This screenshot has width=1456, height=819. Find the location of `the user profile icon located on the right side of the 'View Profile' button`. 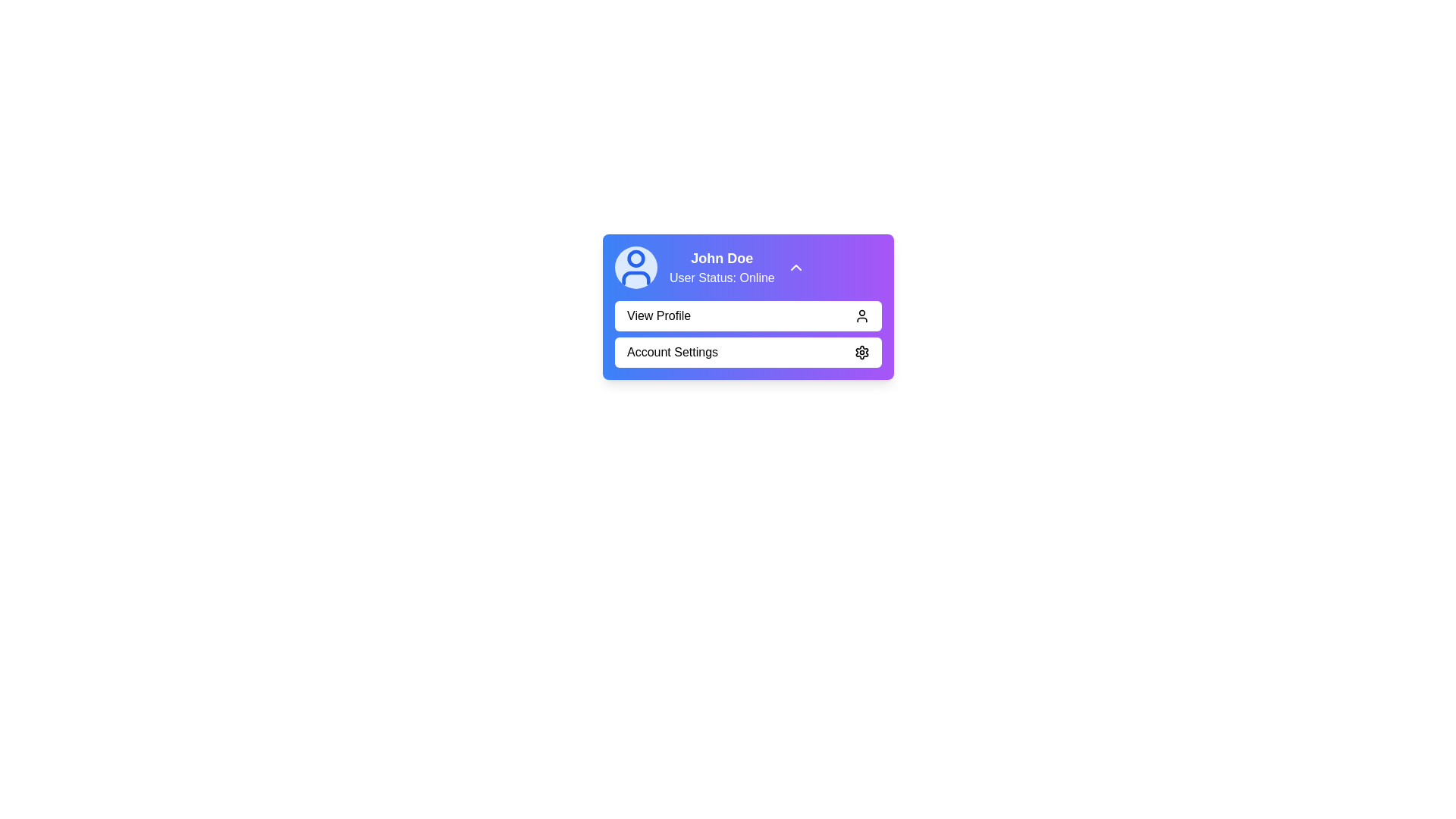

the user profile icon located on the right side of the 'View Profile' button is located at coordinates (862, 315).